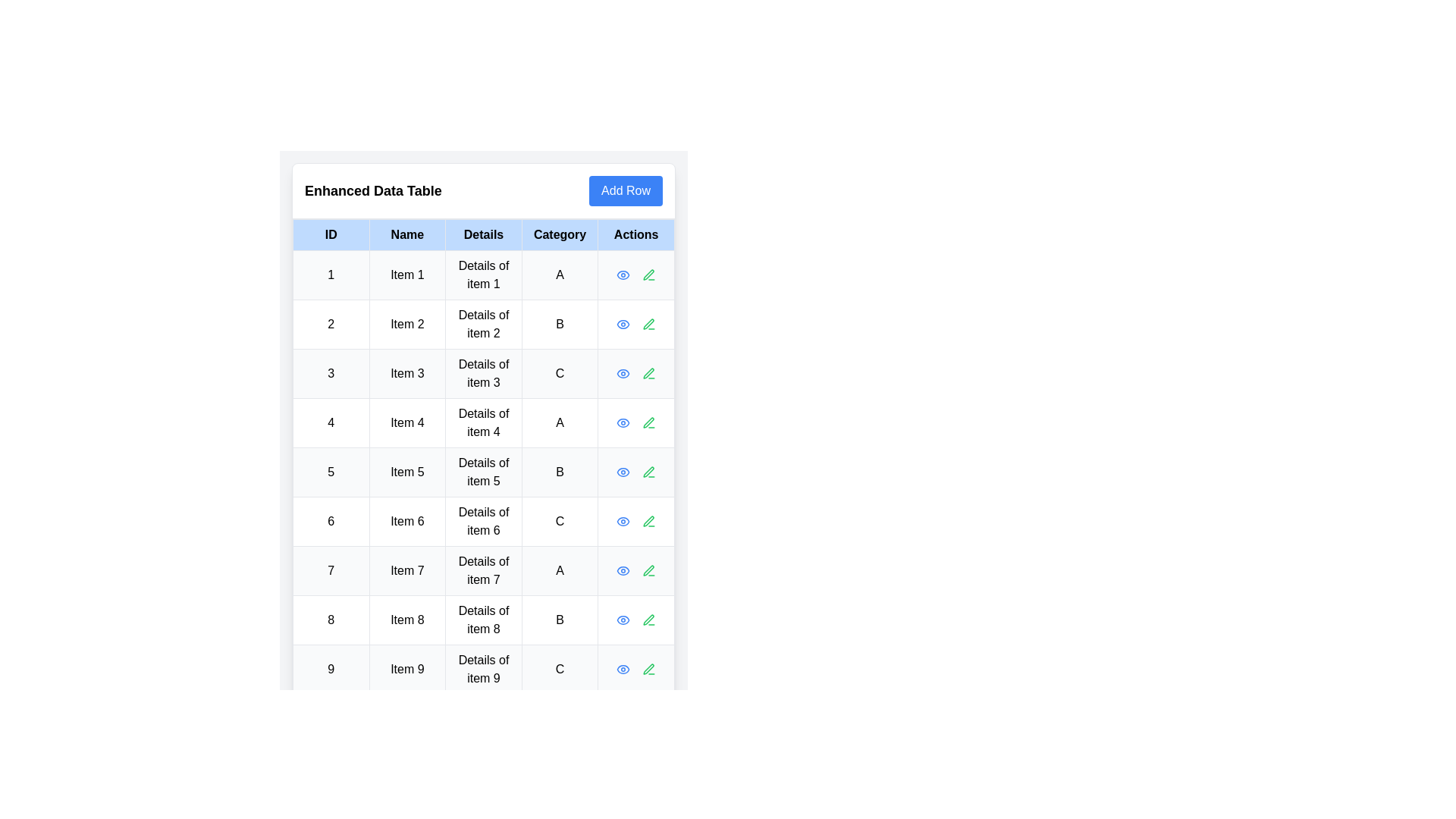  I want to click on the outer elliptical representation of the eye icon located in the Actions column of the third row in the table, so click(623, 374).